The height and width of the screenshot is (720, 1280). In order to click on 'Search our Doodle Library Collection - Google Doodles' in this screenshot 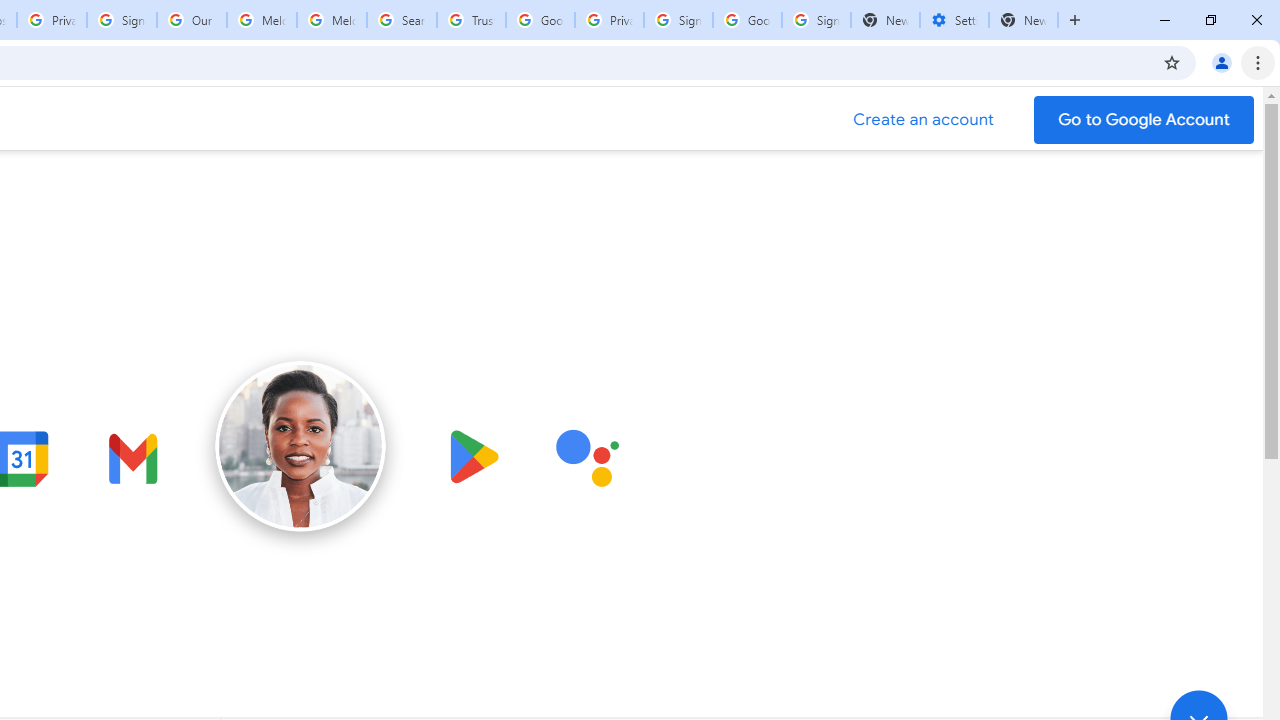, I will do `click(400, 20)`.